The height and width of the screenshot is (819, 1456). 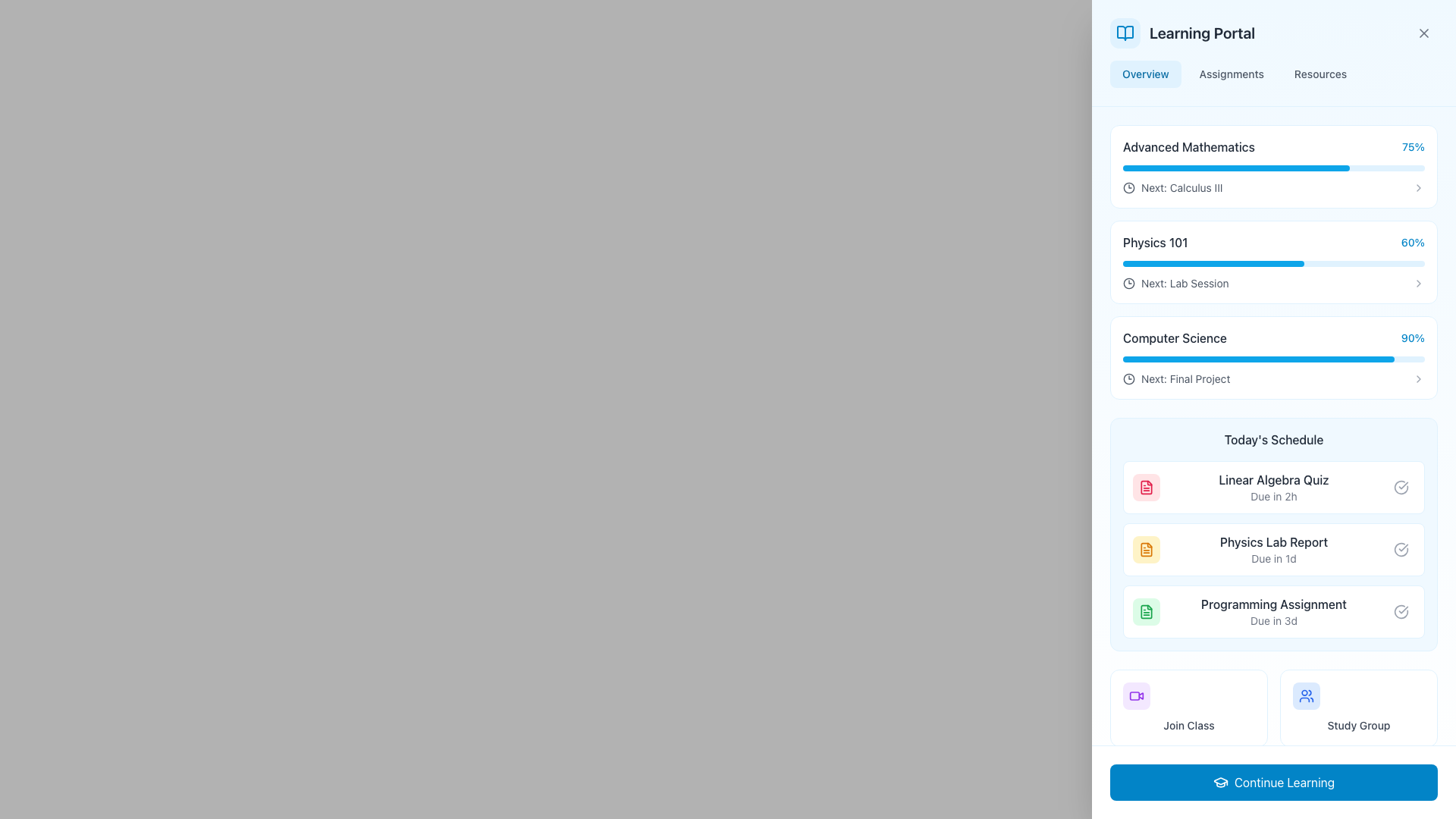 What do you see at coordinates (1401, 610) in the screenshot?
I see `the circular gray icon with a checkmark inside, located on the right side of the 'Today's Schedule' section, next to the text 'Programming Assignment Due in 3d'` at bounding box center [1401, 610].